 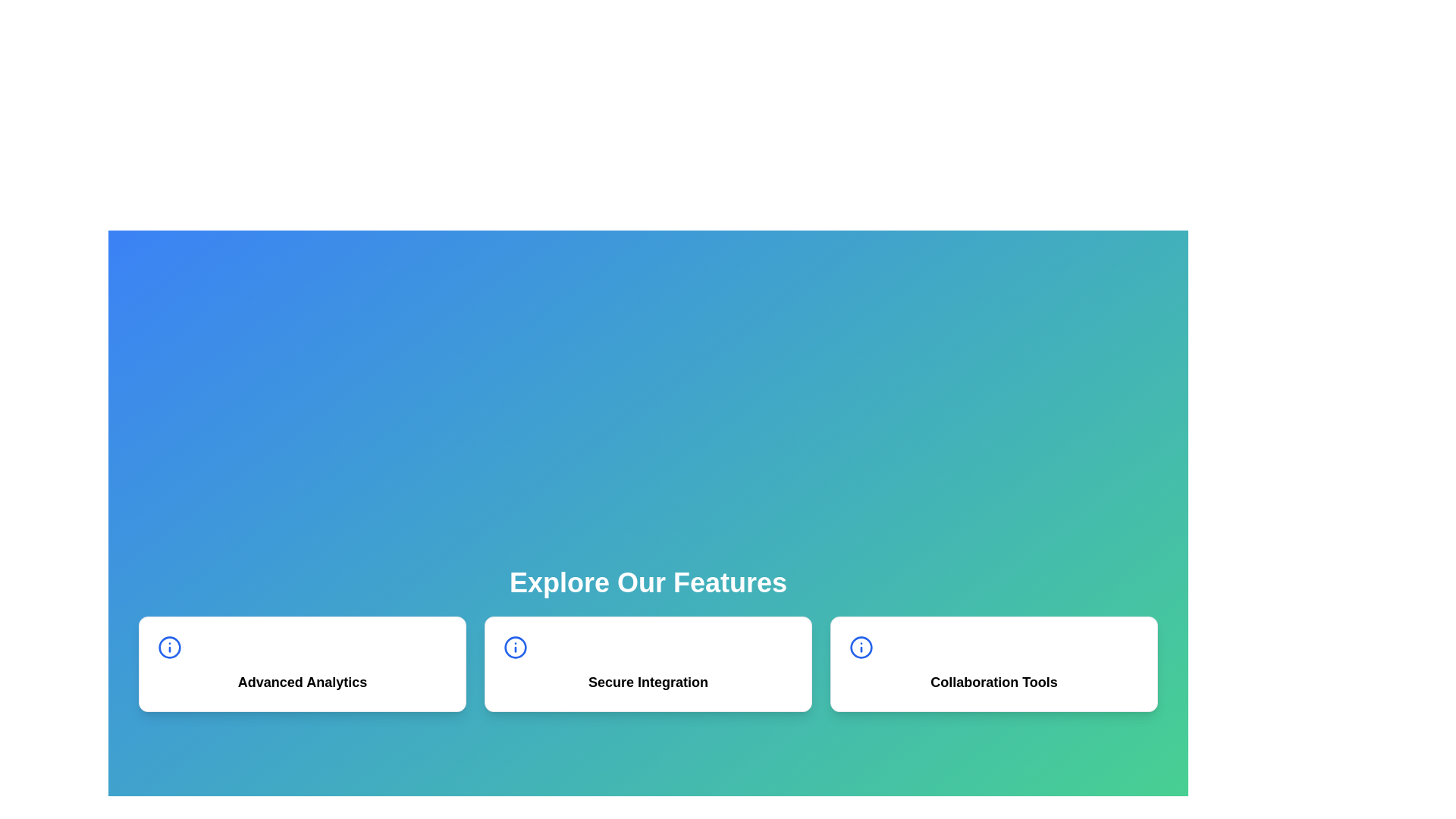 What do you see at coordinates (170, 647) in the screenshot?
I see `the icon located at the top-left side of the 'Advanced Analytics' card, which serves as a visual indicator for supplementary information` at bounding box center [170, 647].